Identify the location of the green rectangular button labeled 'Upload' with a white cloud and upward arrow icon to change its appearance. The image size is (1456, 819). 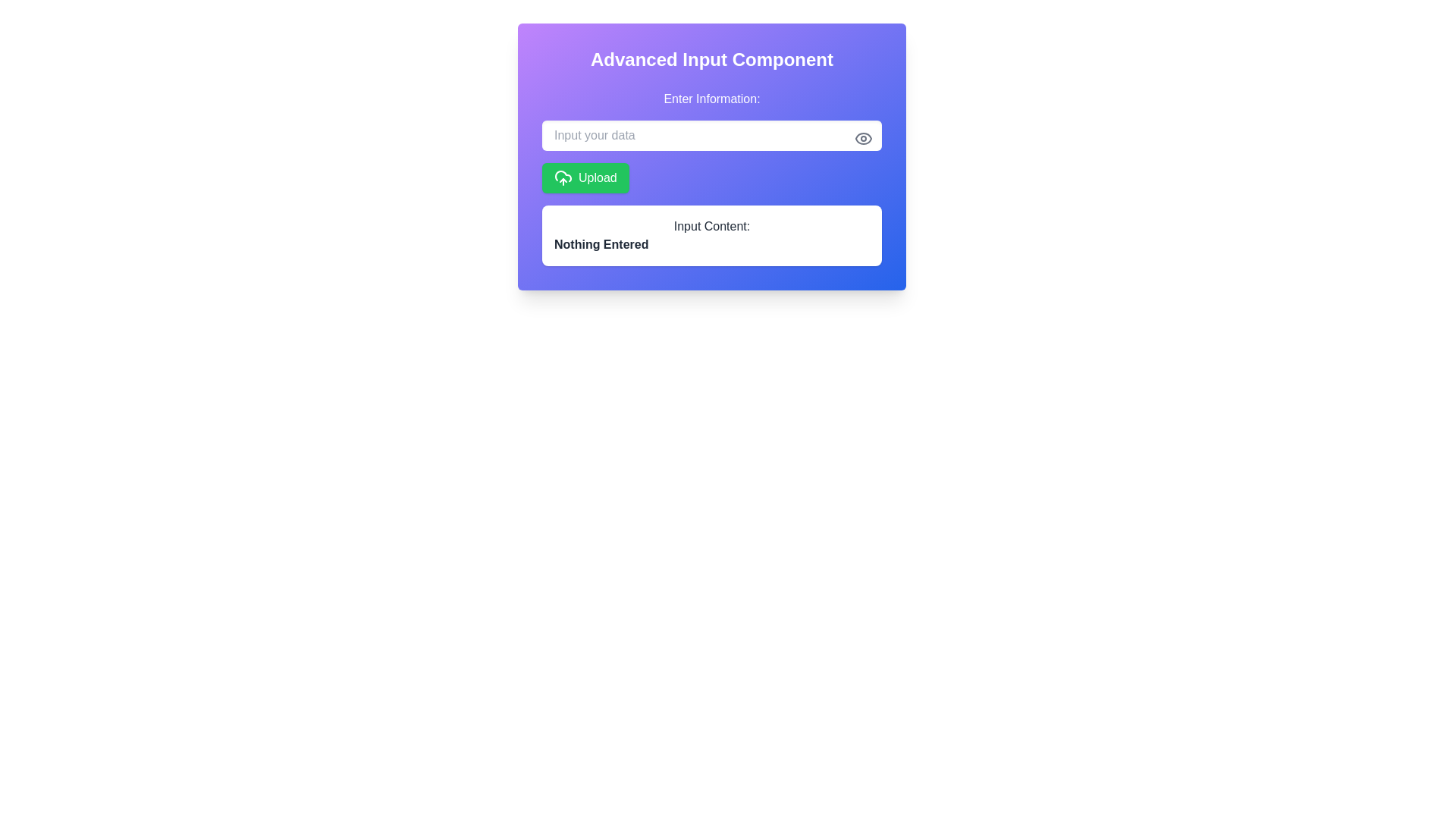
(585, 177).